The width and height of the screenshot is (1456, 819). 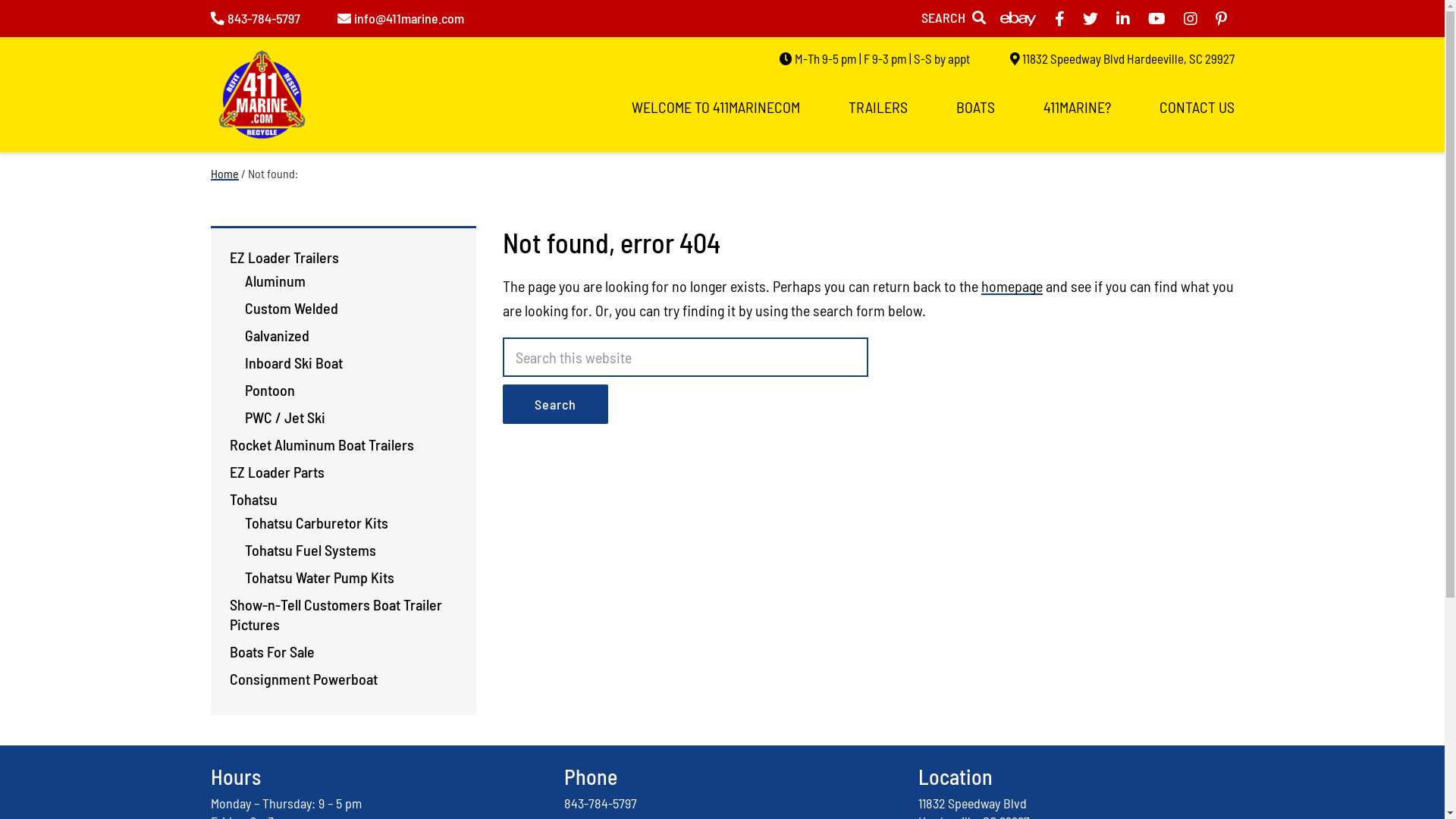 What do you see at coordinates (269, 388) in the screenshot?
I see `'Pontoon'` at bounding box center [269, 388].